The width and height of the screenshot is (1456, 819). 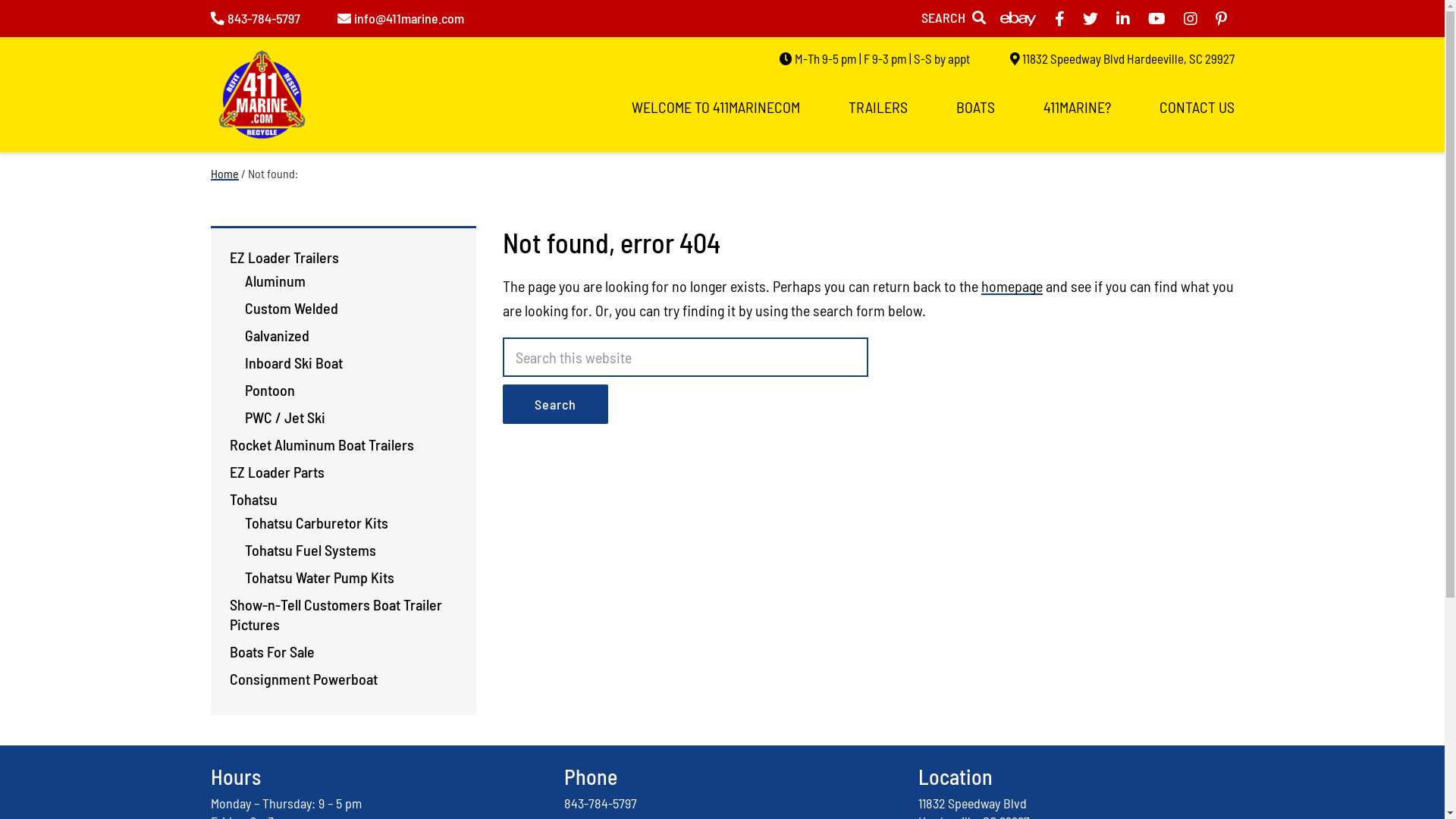 What do you see at coordinates (269, 388) in the screenshot?
I see `'Pontoon'` at bounding box center [269, 388].